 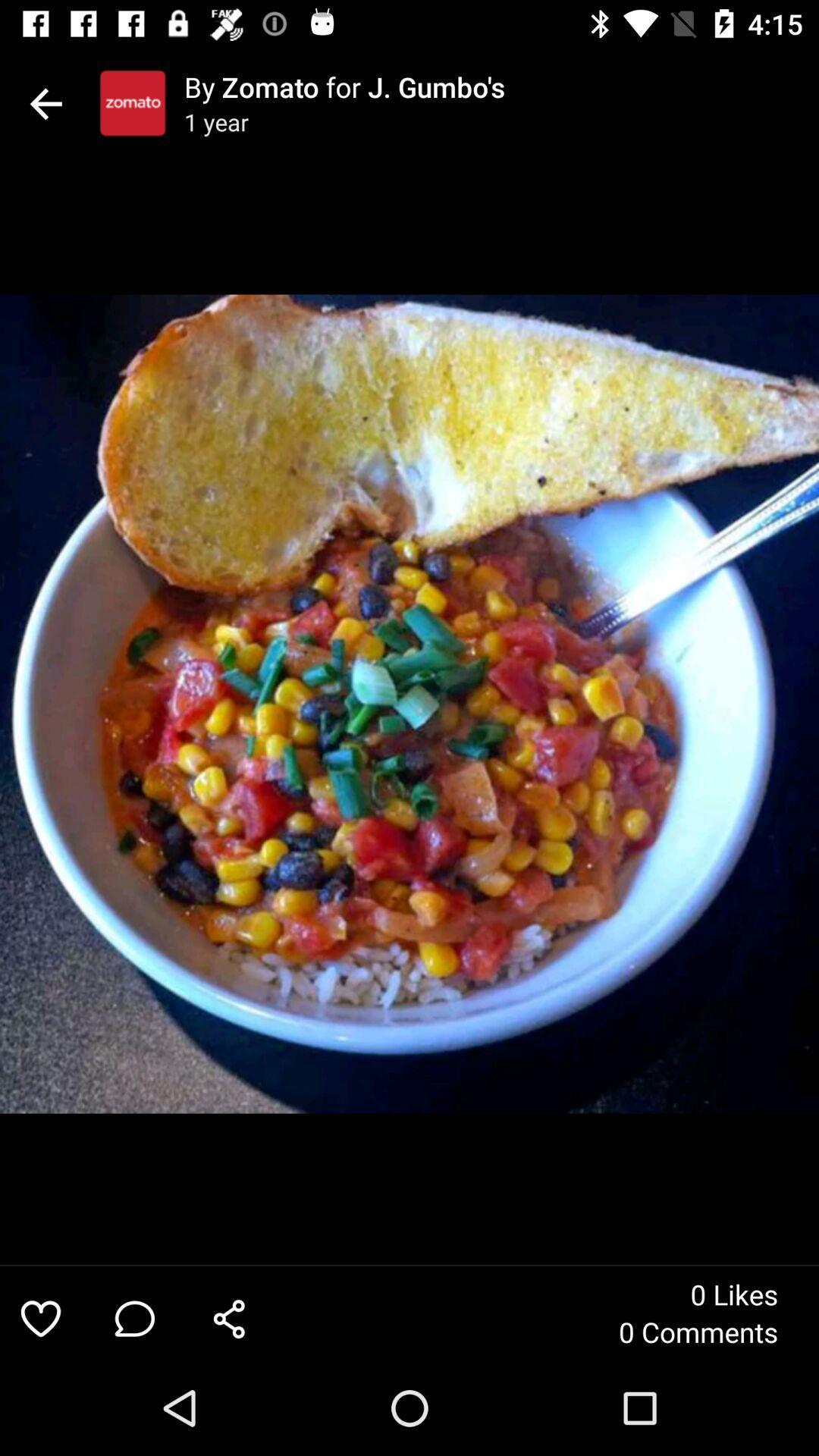 I want to click on icon at the center, so click(x=409, y=703).